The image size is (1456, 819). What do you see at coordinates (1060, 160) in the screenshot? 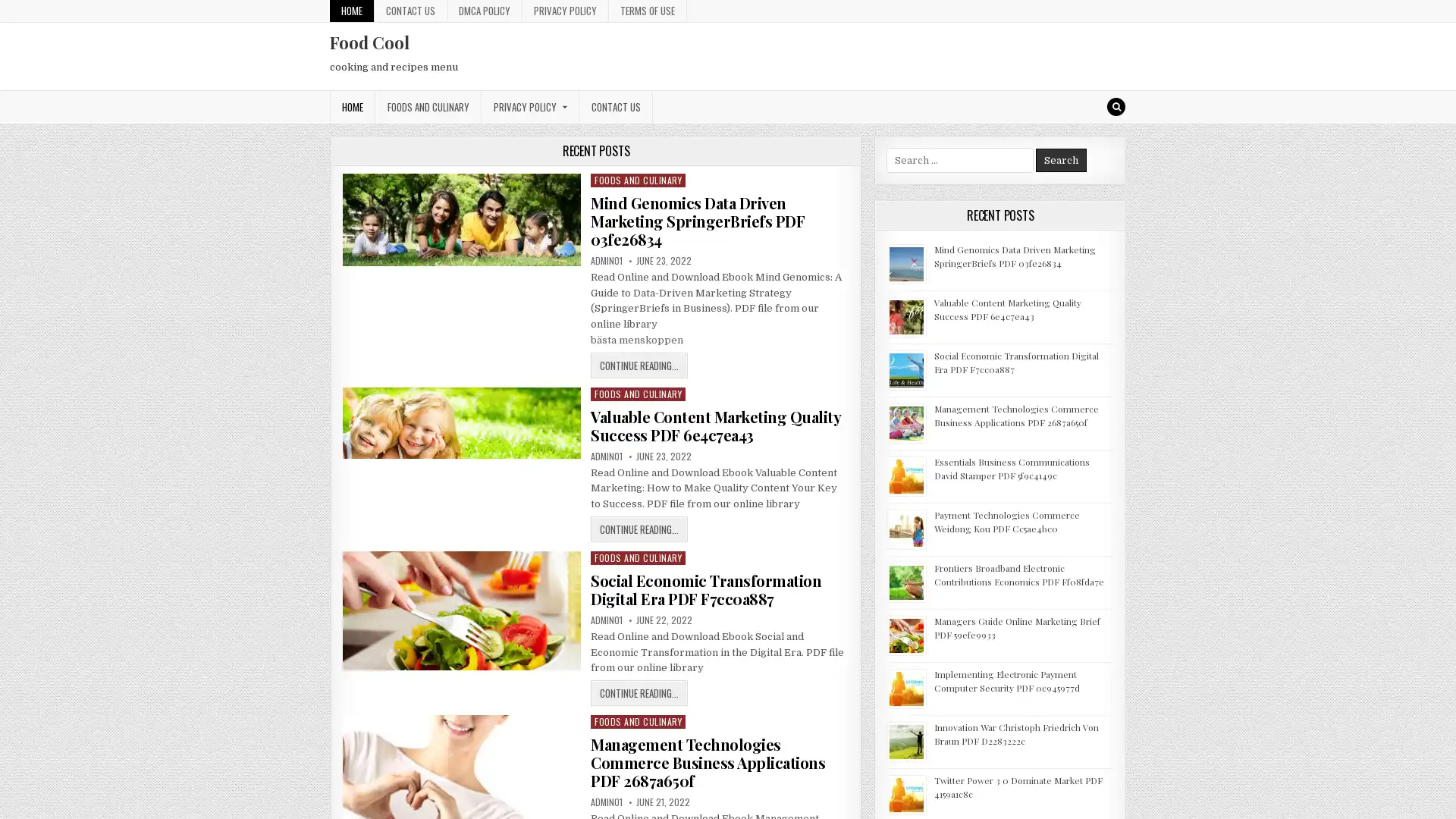
I see `Search` at bounding box center [1060, 160].